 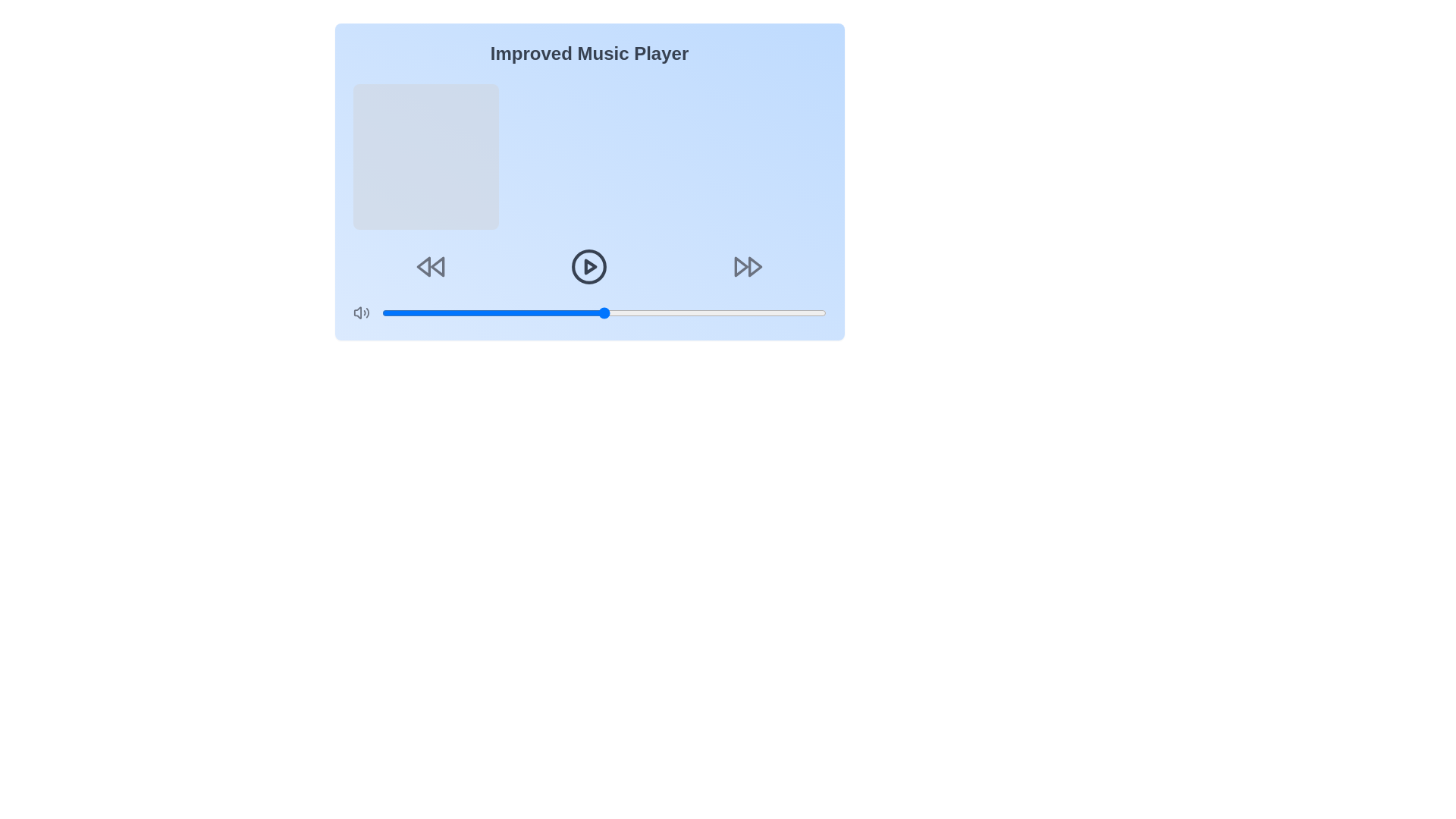 I want to click on the circular play button with a geometric play icon located below the title 'Improved Music Player' in the music player control area, so click(x=588, y=265).